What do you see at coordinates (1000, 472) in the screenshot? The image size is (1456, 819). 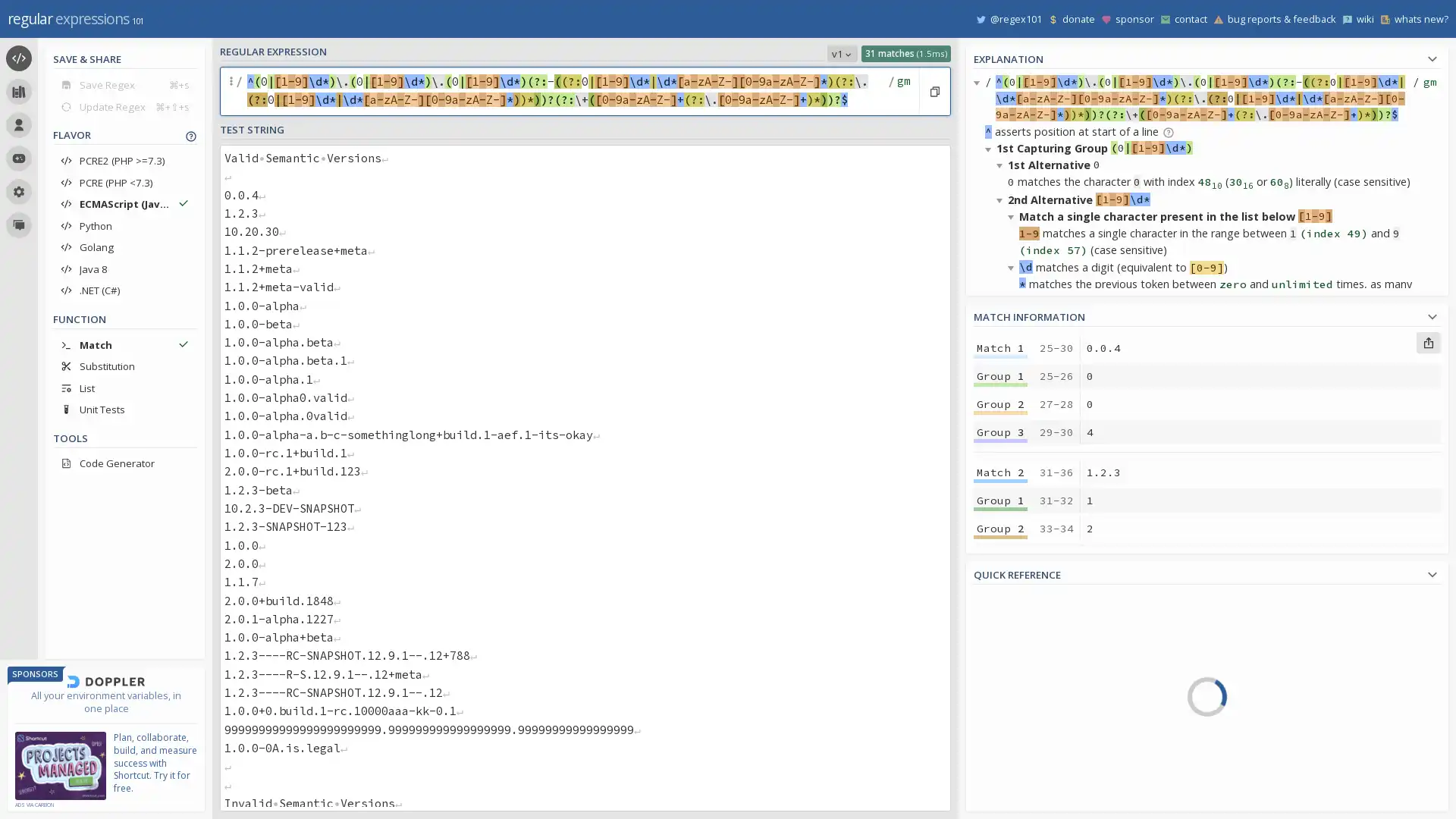 I see `Match 2` at bounding box center [1000, 472].